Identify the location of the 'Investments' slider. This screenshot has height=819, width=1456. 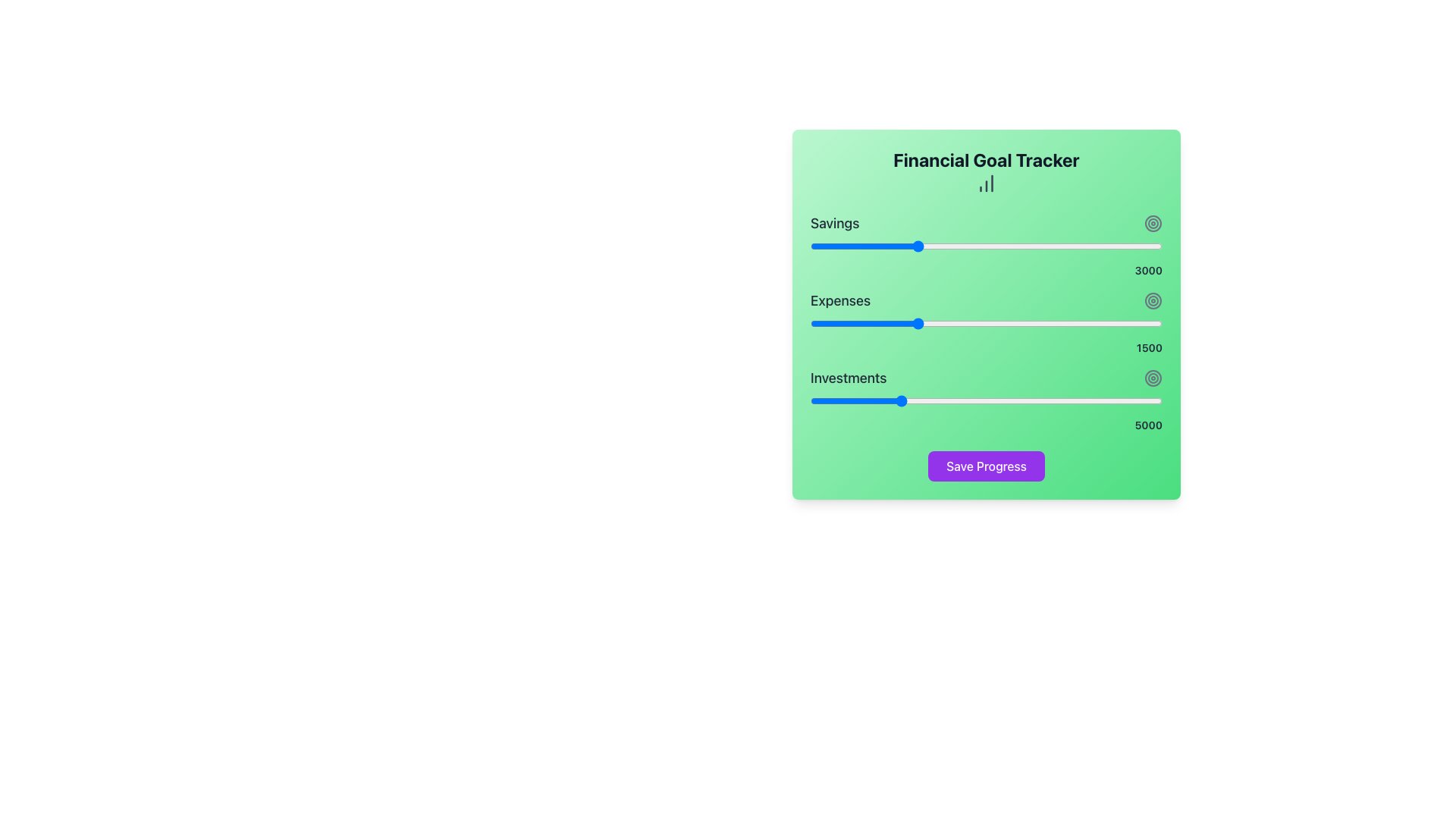
(899, 400).